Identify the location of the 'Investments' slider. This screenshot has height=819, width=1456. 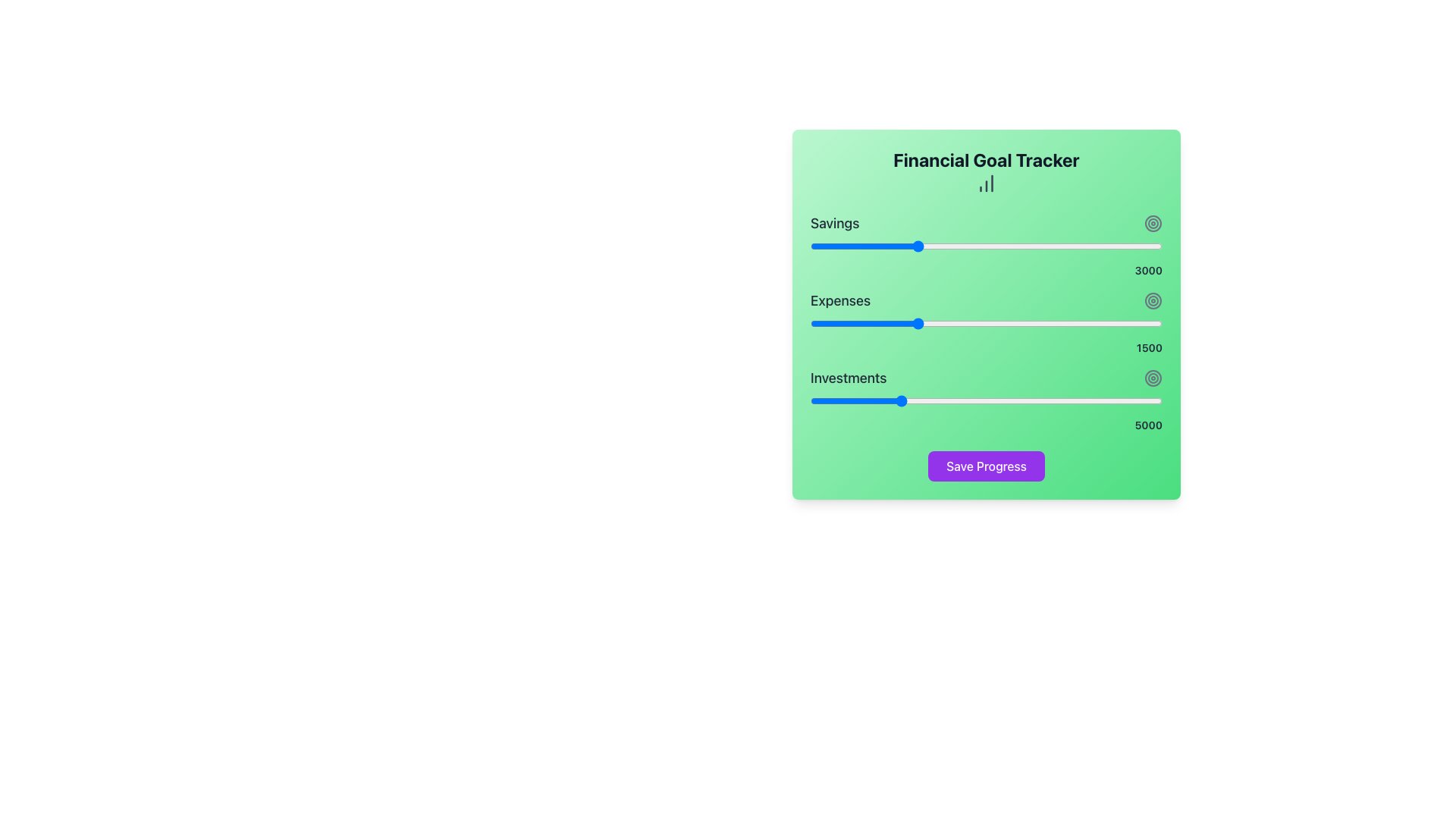
(899, 400).